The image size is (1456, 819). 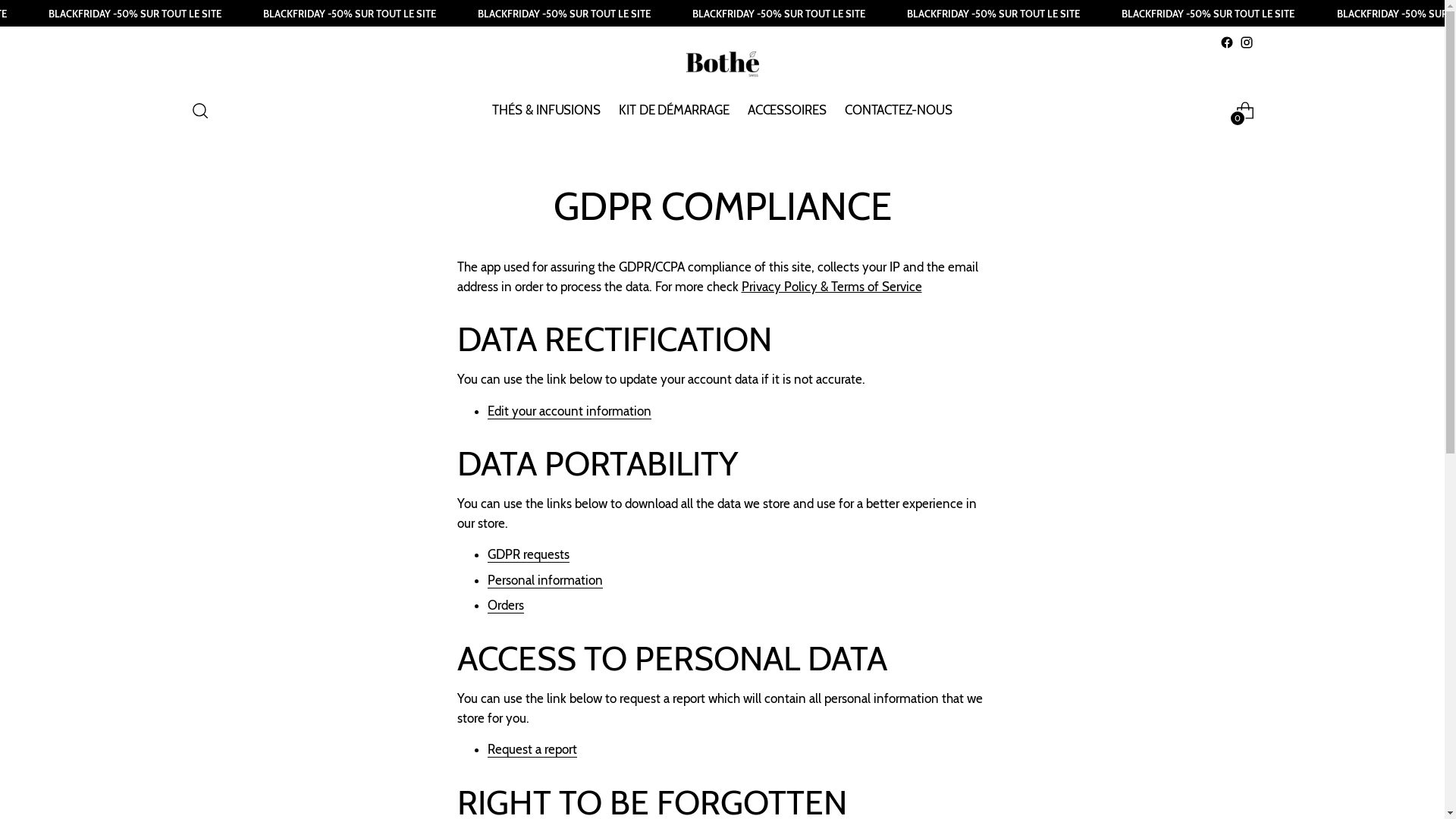 I want to click on 'Bothe Swiss sur Facebook', so click(x=1219, y=42).